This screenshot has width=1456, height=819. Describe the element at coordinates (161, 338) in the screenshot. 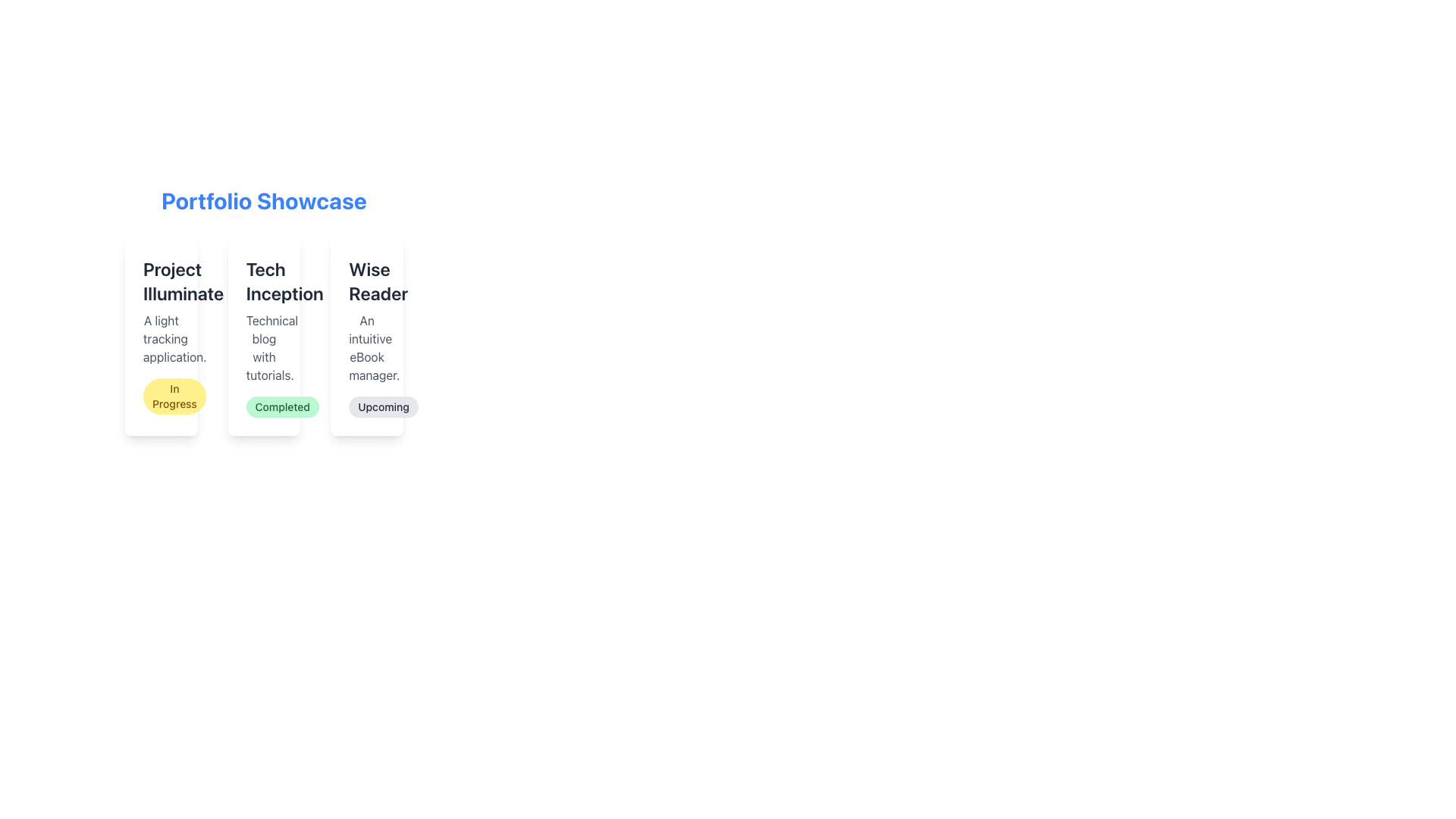

I see `the descriptive text label for 'Project Illuminate', which is located between the title and status badge` at that location.